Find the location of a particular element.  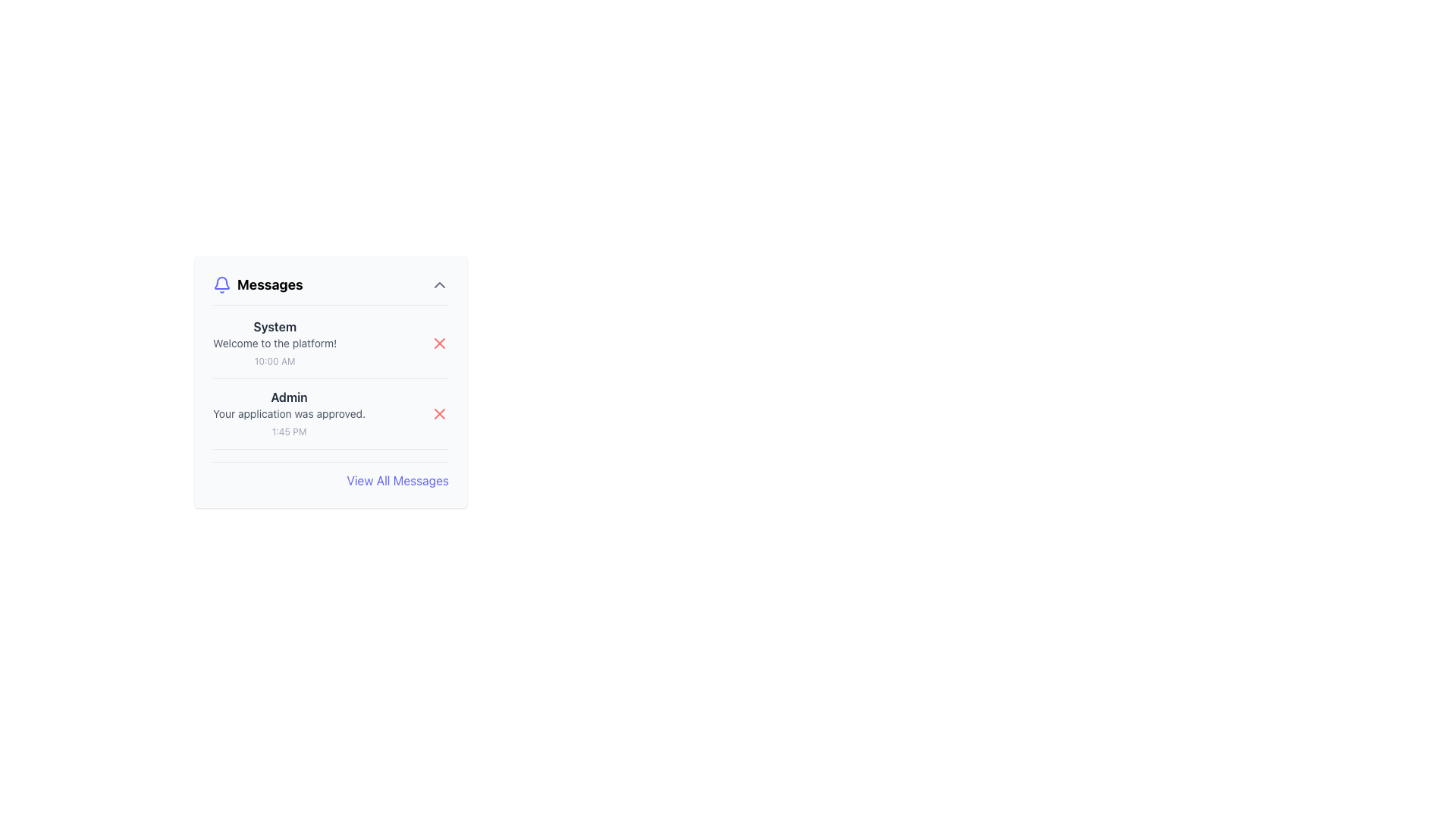

the static text element displaying 'Welcome to the platform!' which is located below the 'System' label and above the timestamp '10:00 AM' is located at coordinates (275, 343).